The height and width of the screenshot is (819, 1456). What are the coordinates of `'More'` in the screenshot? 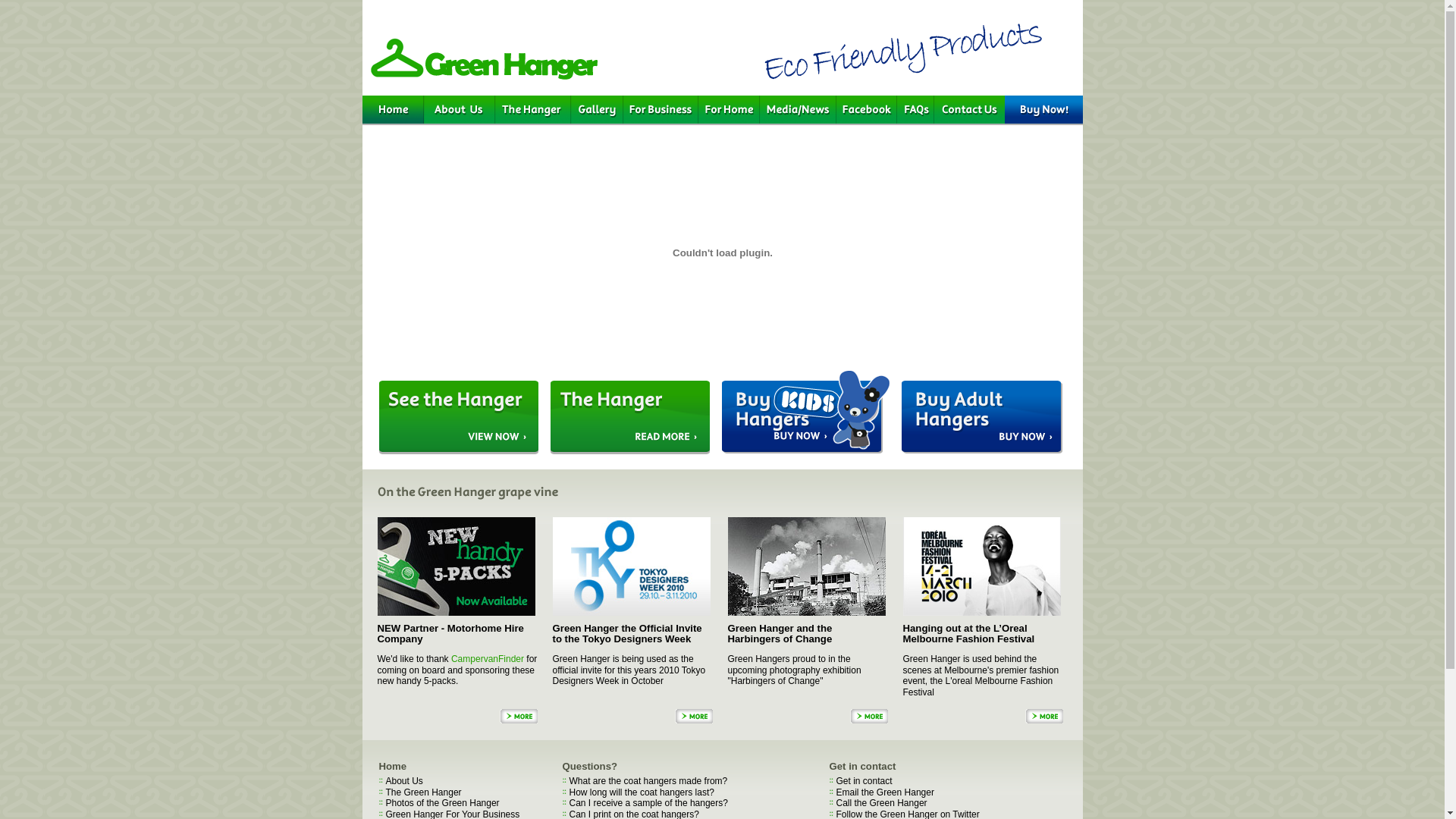 It's located at (1043, 716).